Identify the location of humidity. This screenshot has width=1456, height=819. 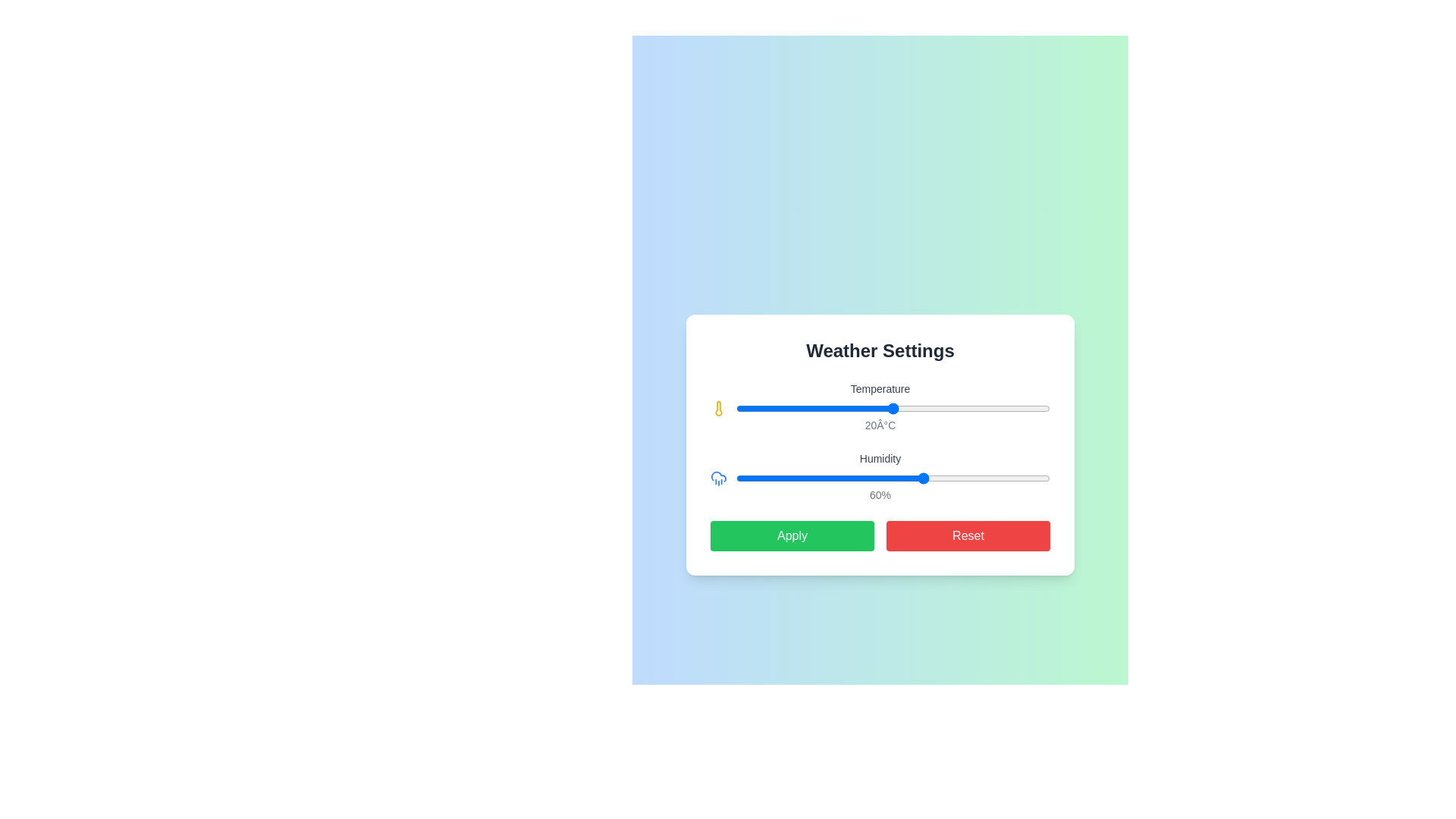
(1025, 479).